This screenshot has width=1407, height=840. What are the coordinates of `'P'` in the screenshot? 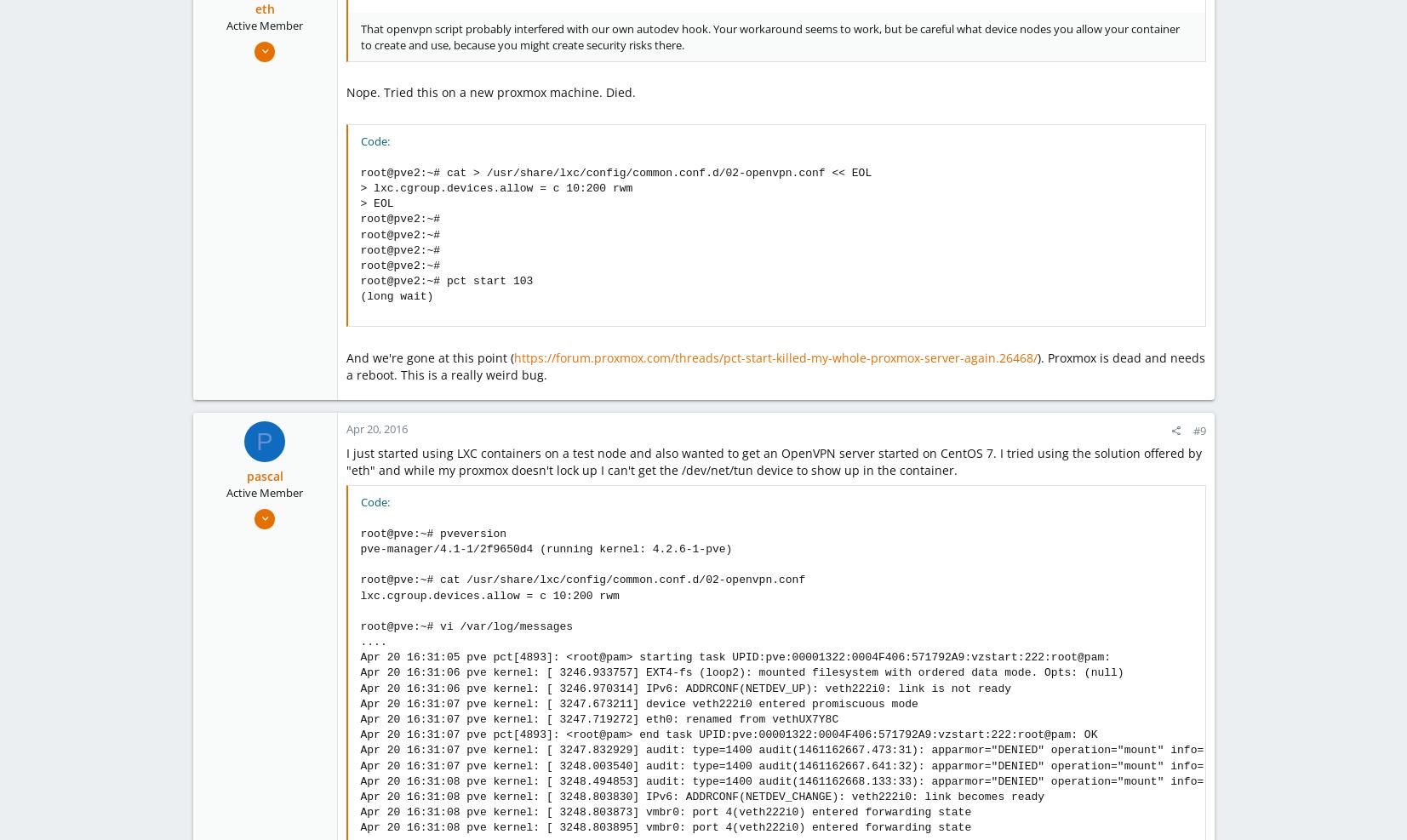 It's located at (263, 440).